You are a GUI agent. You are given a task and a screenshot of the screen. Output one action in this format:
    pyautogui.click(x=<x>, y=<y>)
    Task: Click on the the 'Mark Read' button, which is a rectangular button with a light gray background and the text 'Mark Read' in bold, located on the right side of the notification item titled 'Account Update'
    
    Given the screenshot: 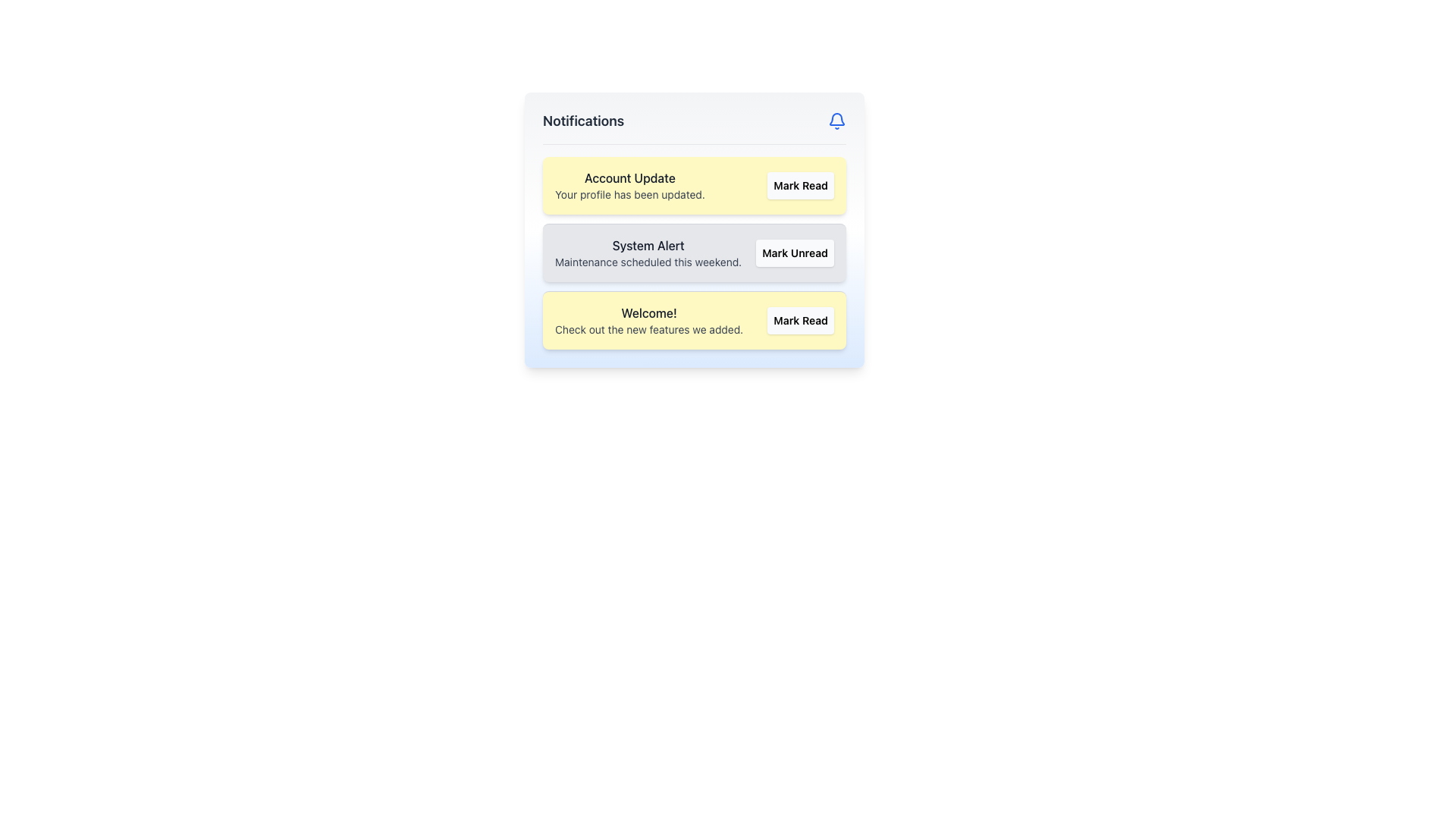 What is the action you would take?
    pyautogui.click(x=800, y=185)
    